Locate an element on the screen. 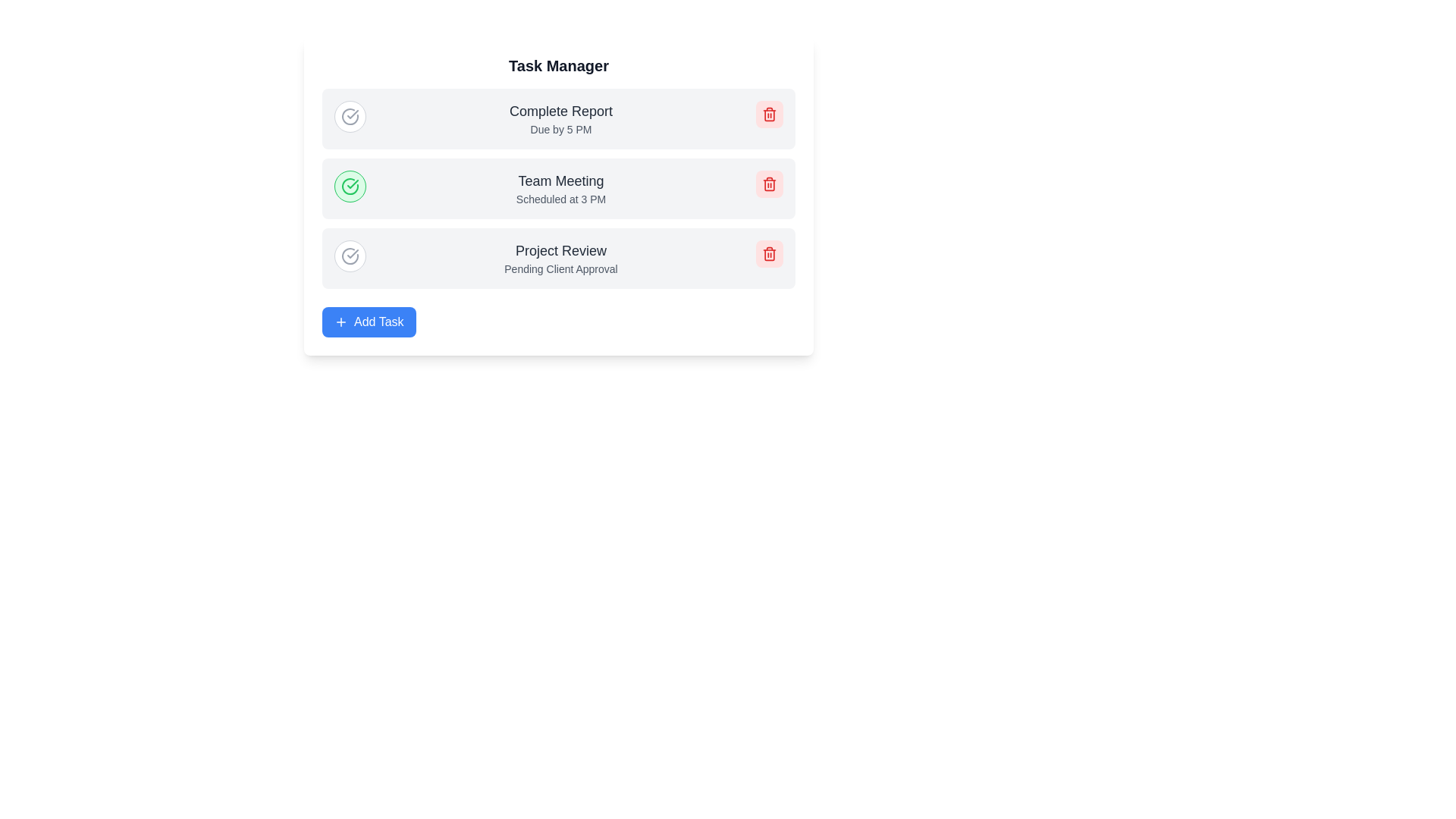  the circular status indicator button with a tick icon located in the top-left corner of the 'Project Review' box to change its status is located at coordinates (349, 256).